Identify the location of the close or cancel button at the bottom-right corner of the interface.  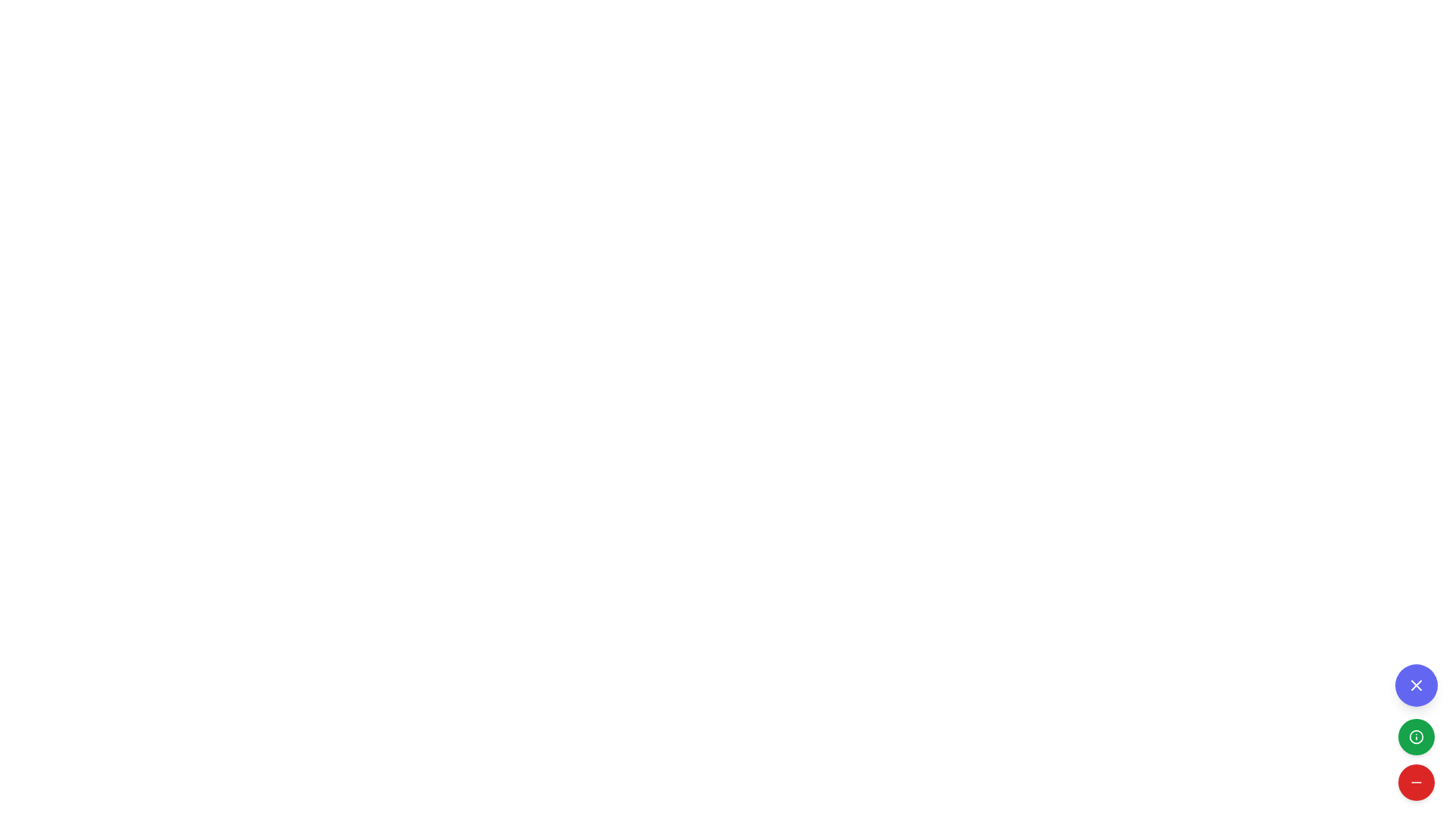
(1415, 685).